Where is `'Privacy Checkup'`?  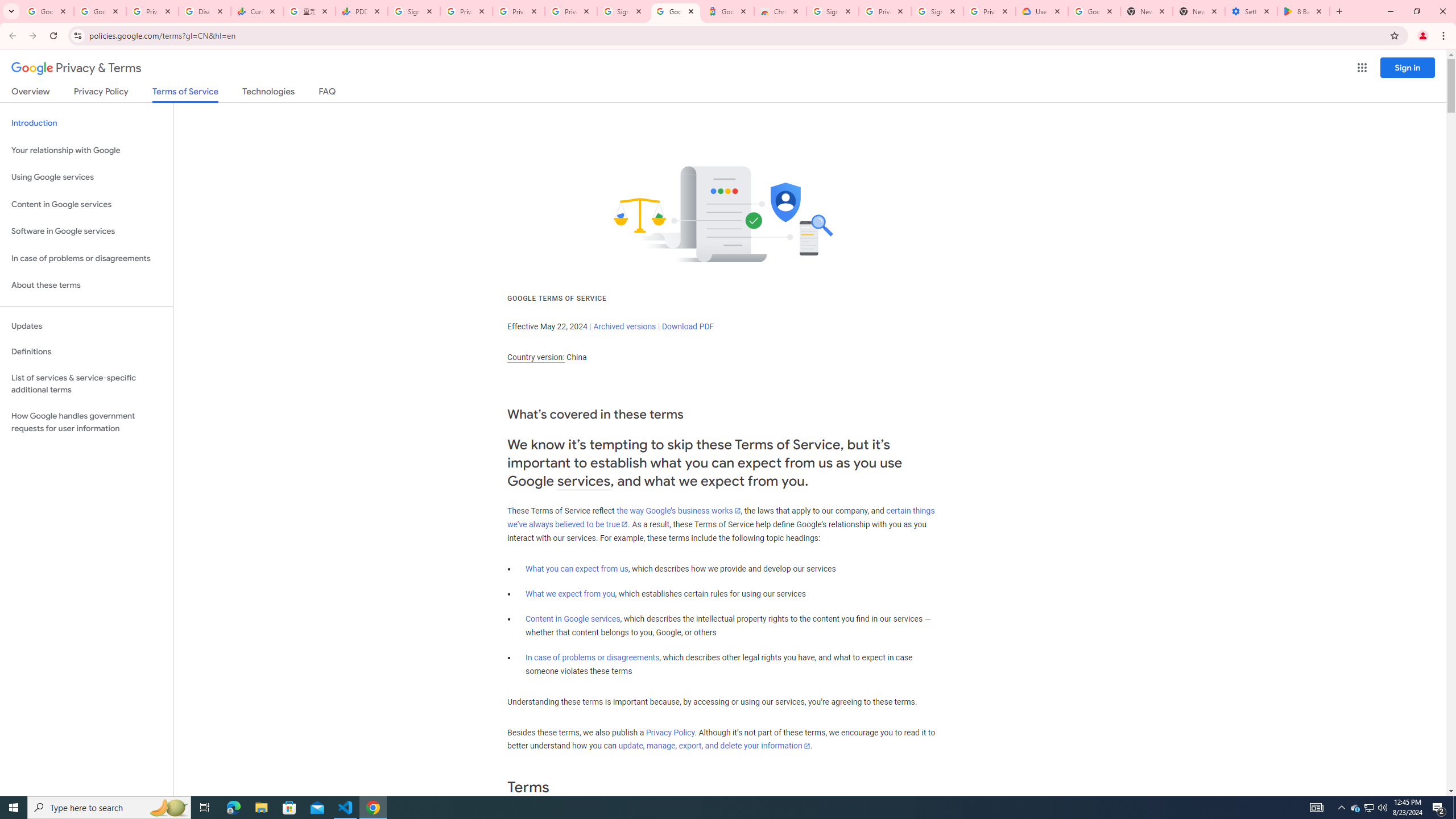
'Privacy Checkup' is located at coordinates (570, 11).